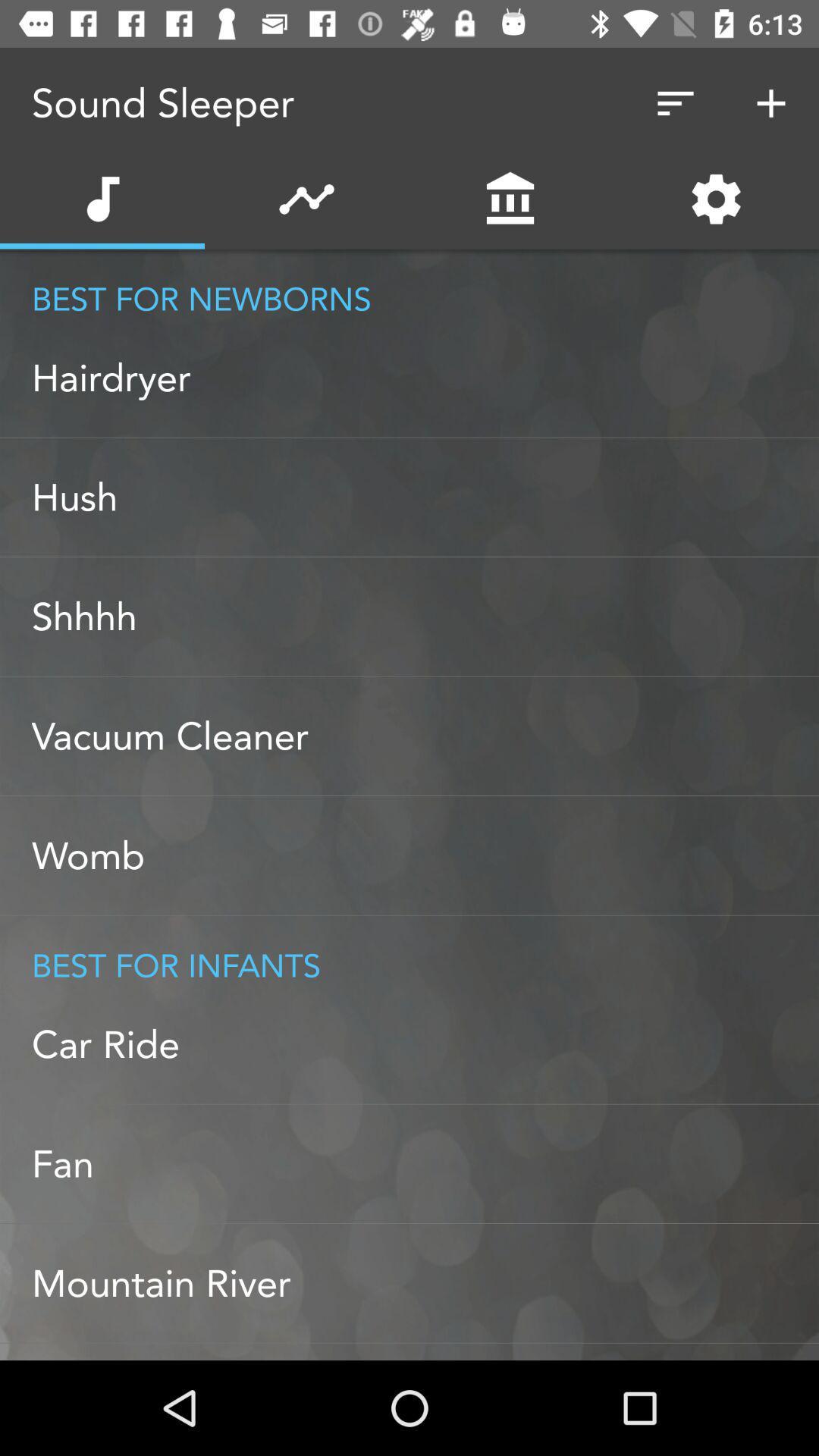 The width and height of the screenshot is (819, 1456). I want to click on the icon below best for infants icon, so click(425, 1043).